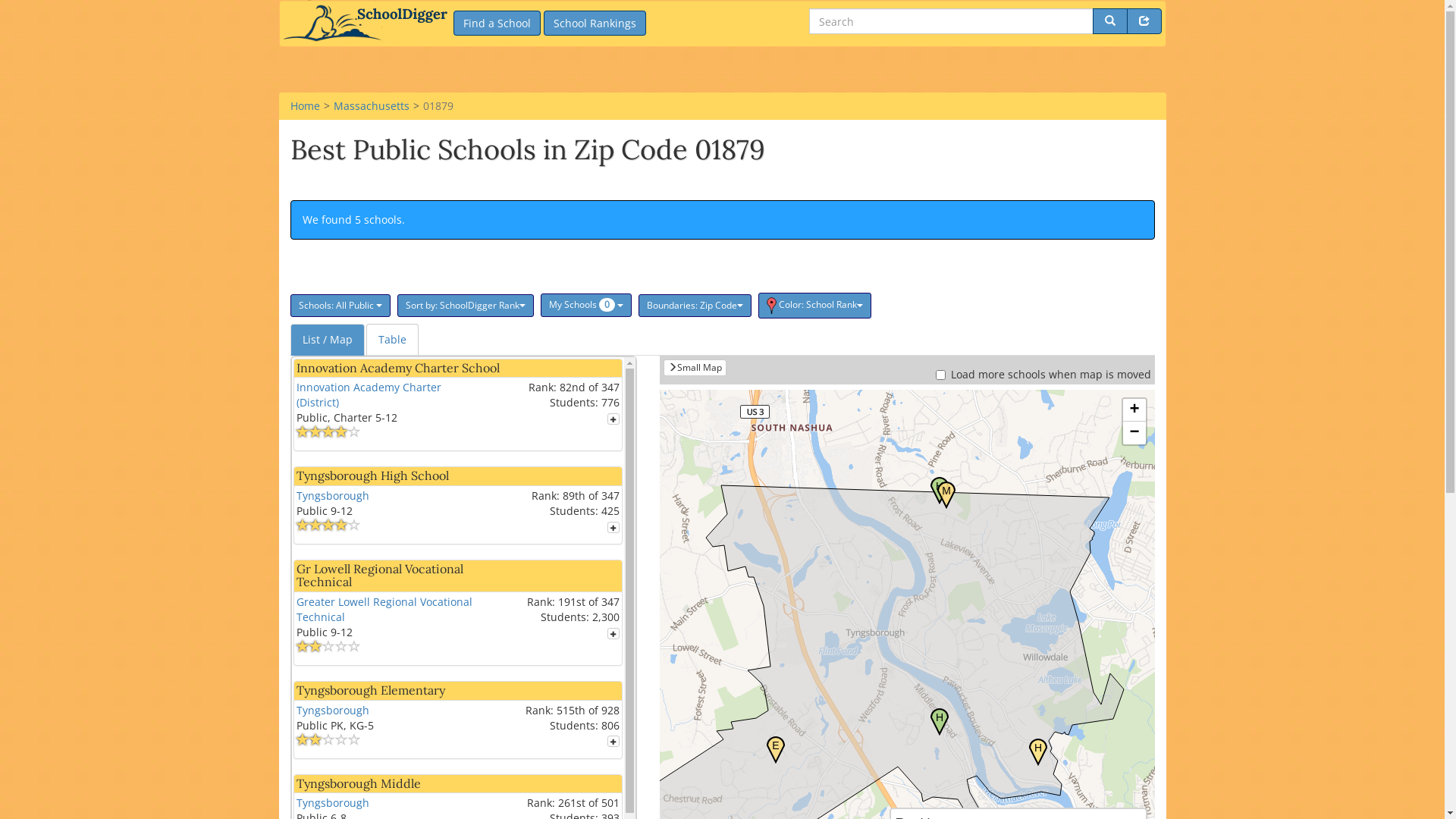  Describe the element at coordinates (694, 368) in the screenshot. I see `'Small Map'` at that location.